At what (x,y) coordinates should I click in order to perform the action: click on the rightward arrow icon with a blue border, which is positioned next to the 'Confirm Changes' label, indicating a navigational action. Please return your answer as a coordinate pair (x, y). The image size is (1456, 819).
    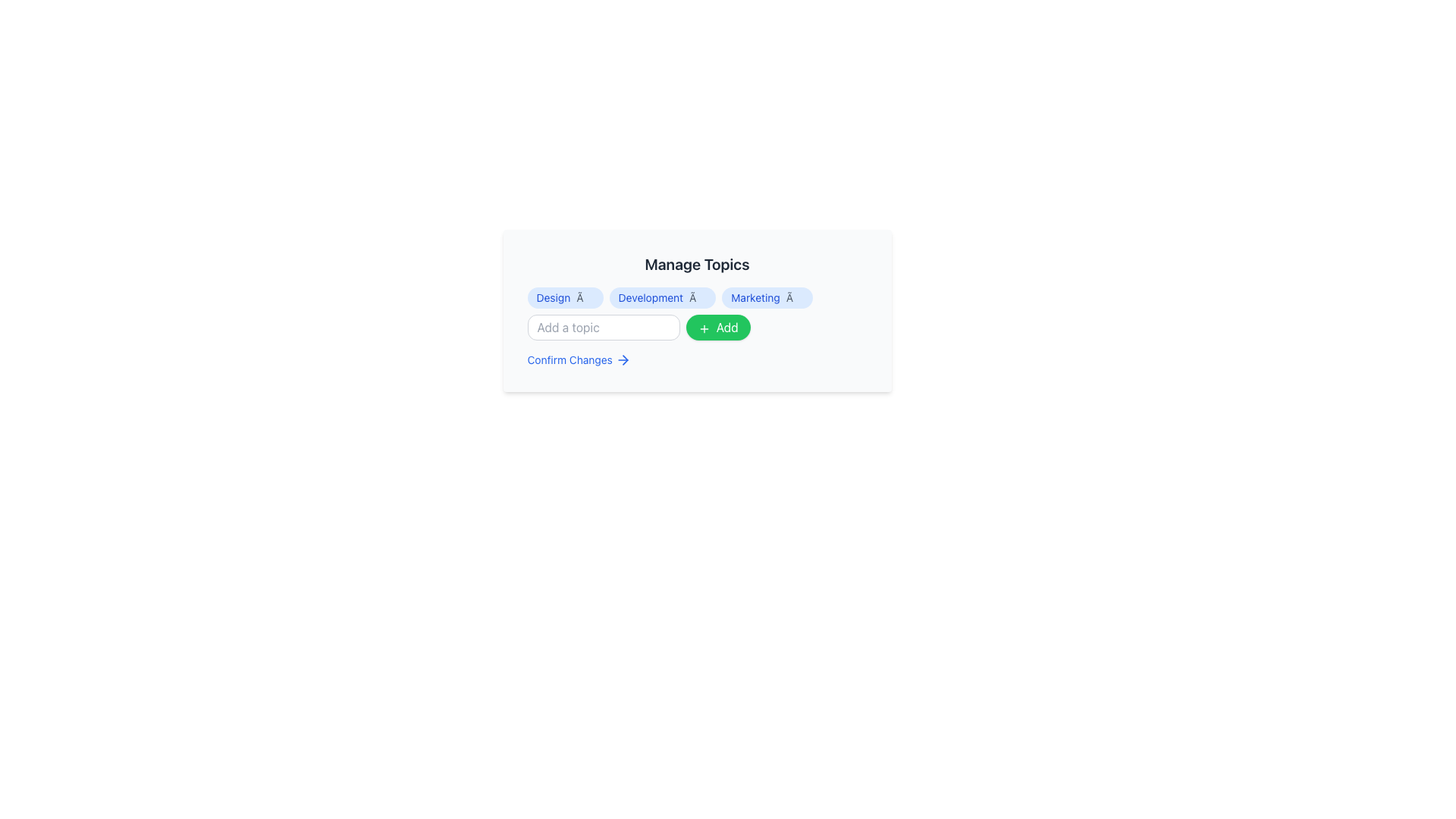
    Looking at the image, I should click on (623, 359).